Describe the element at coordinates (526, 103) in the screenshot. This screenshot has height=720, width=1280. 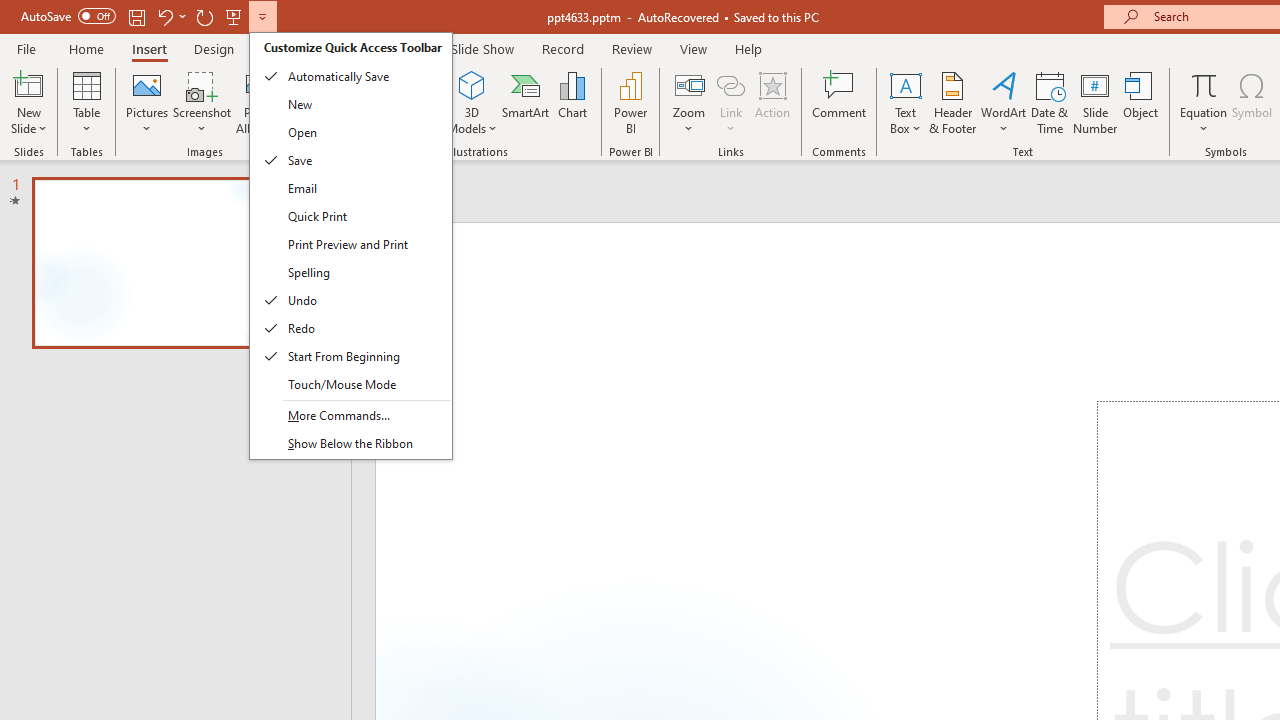
I see `'SmartArt...'` at that location.